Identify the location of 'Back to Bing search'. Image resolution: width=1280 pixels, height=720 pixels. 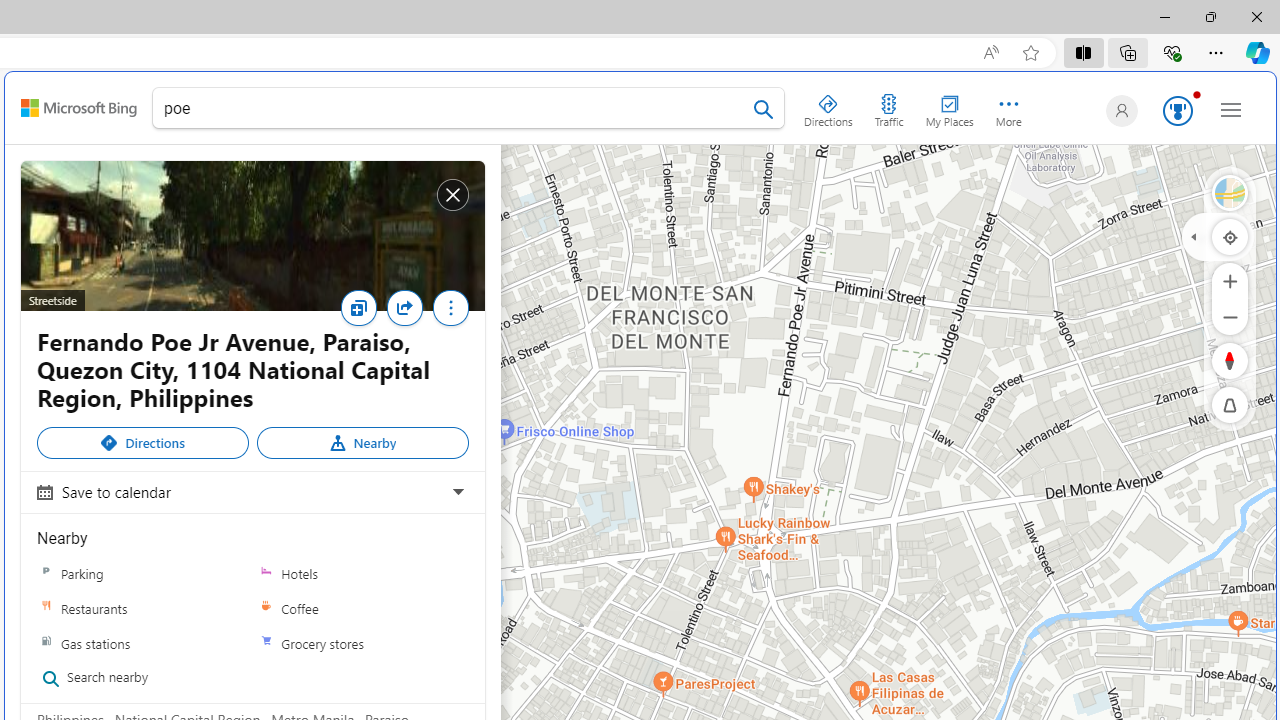
(78, 108).